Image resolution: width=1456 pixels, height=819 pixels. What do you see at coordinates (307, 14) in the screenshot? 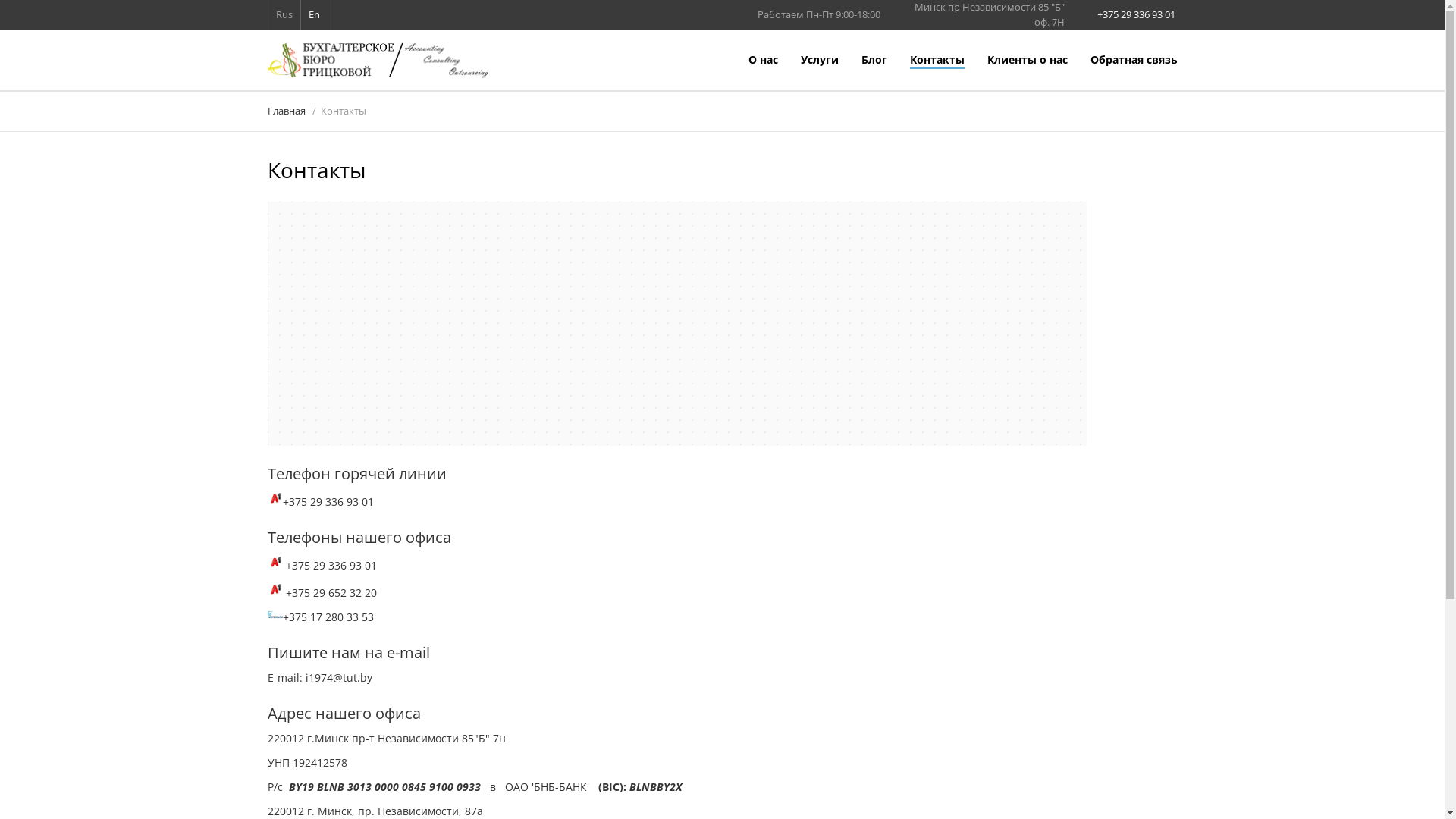
I see `'En'` at bounding box center [307, 14].